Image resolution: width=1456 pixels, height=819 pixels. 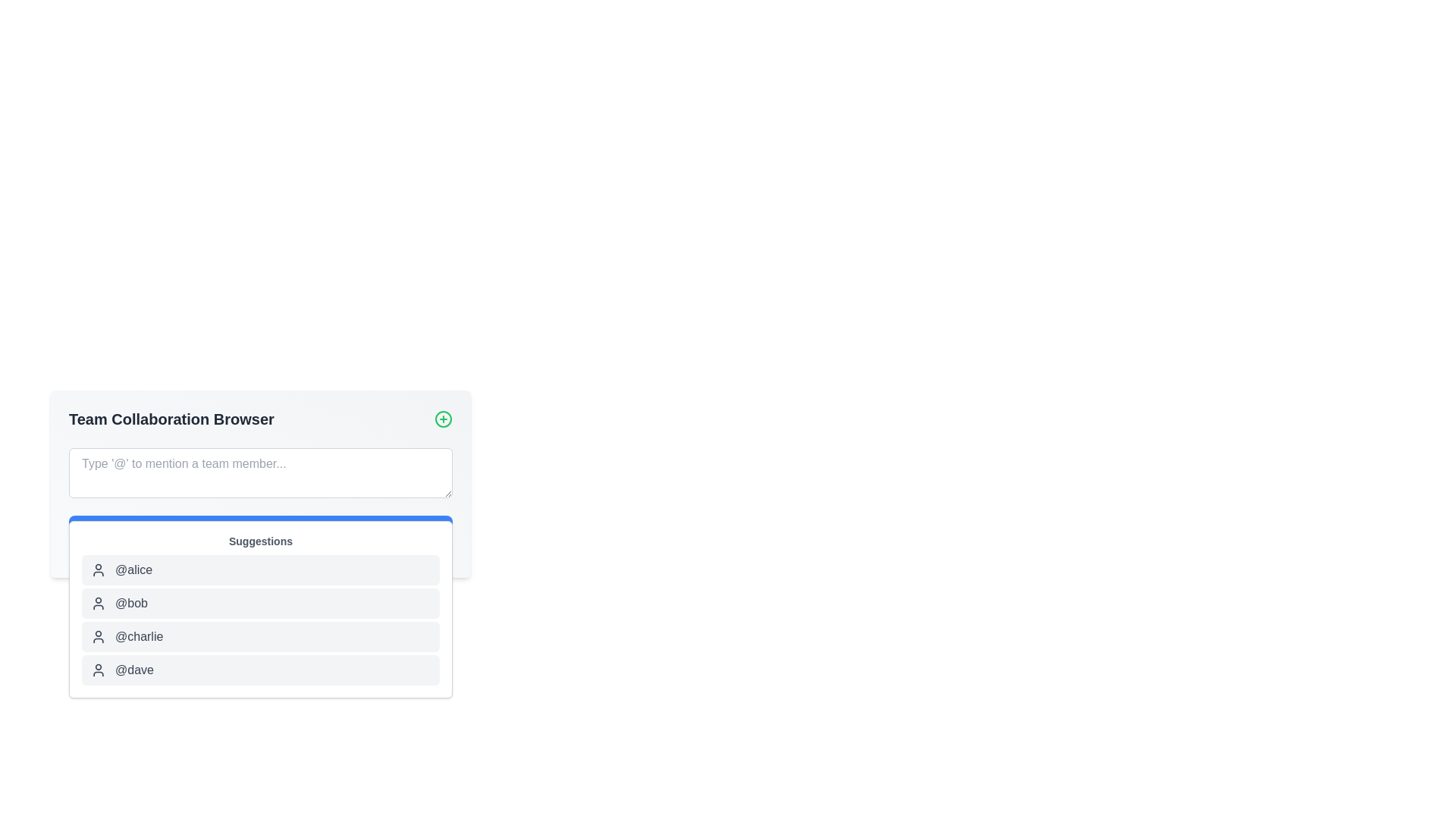 What do you see at coordinates (97, 602) in the screenshot?
I see `the user profile icon located at the leftmost side of the suggestion block for the entry '@bob', which consists of a circular head and a simple body outline in dark gray` at bounding box center [97, 602].